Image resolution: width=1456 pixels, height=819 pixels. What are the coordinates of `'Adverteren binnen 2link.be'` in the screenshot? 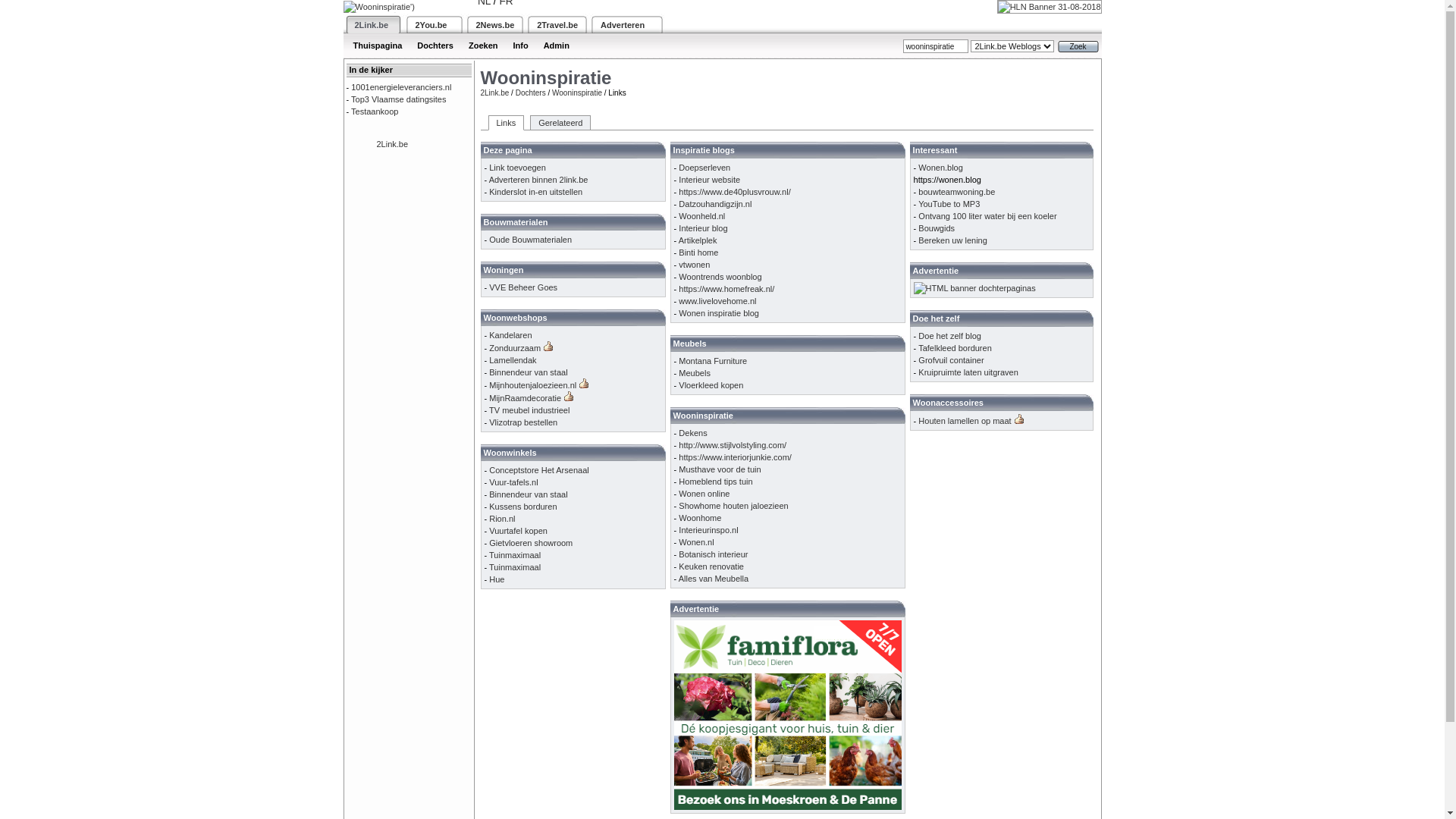 It's located at (488, 178).